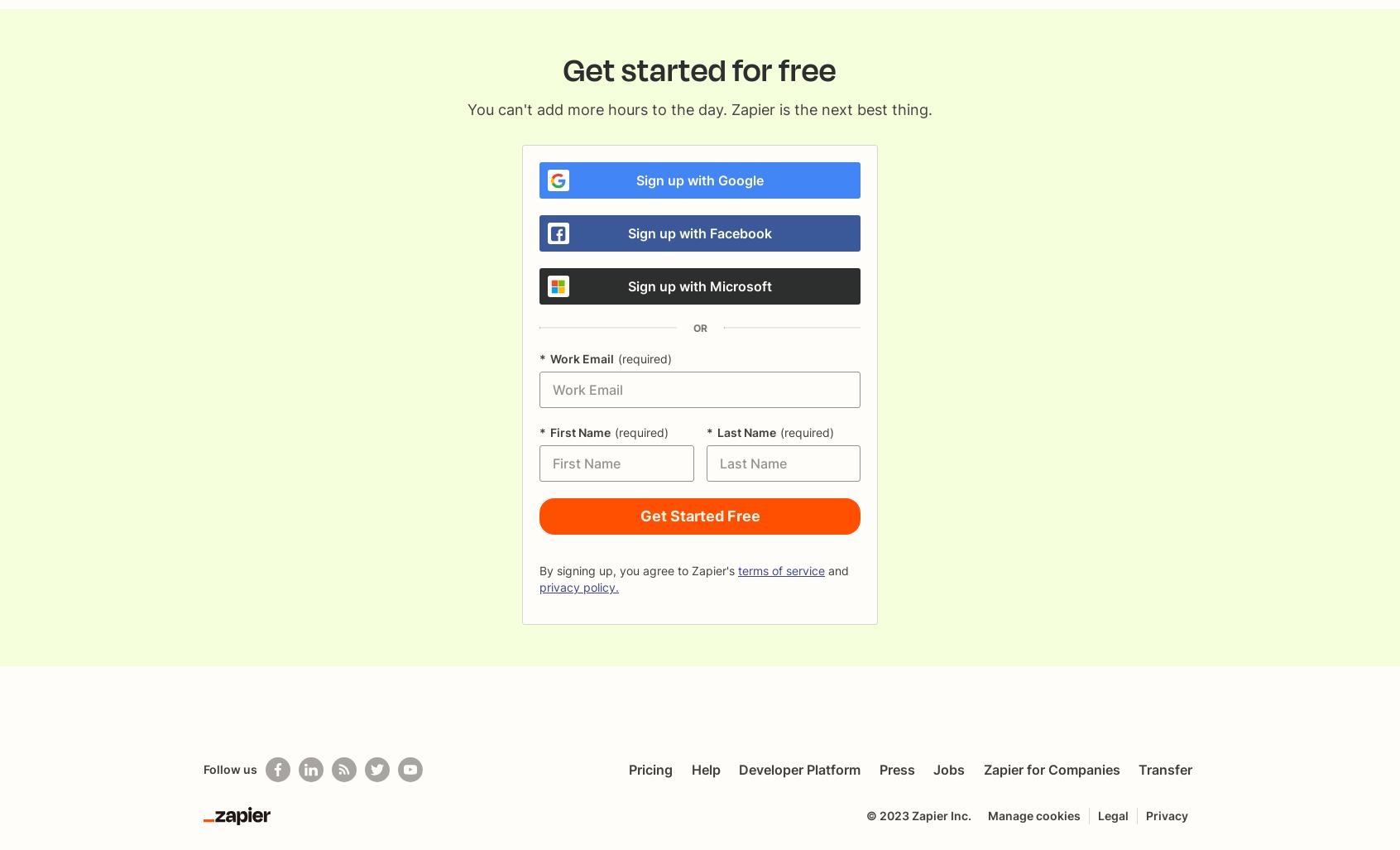 Image resolution: width=1400 pixels, height=850 pixels. What do you see at coordinates (1113, 814) in the screenshot?
I see `'Legal'` at bounding box center [1113, 814].